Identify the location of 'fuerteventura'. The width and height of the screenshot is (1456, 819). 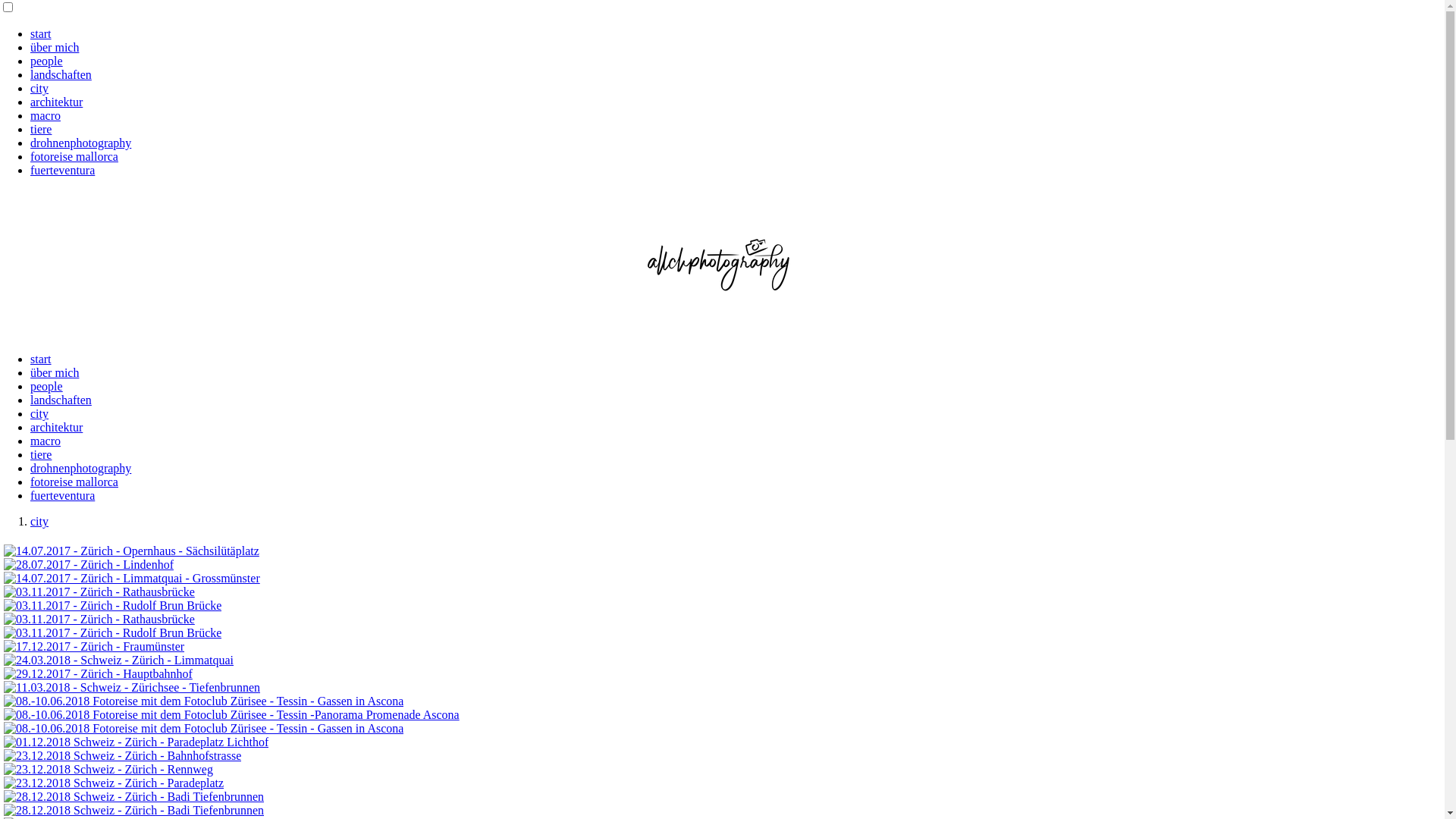
(61, 170).